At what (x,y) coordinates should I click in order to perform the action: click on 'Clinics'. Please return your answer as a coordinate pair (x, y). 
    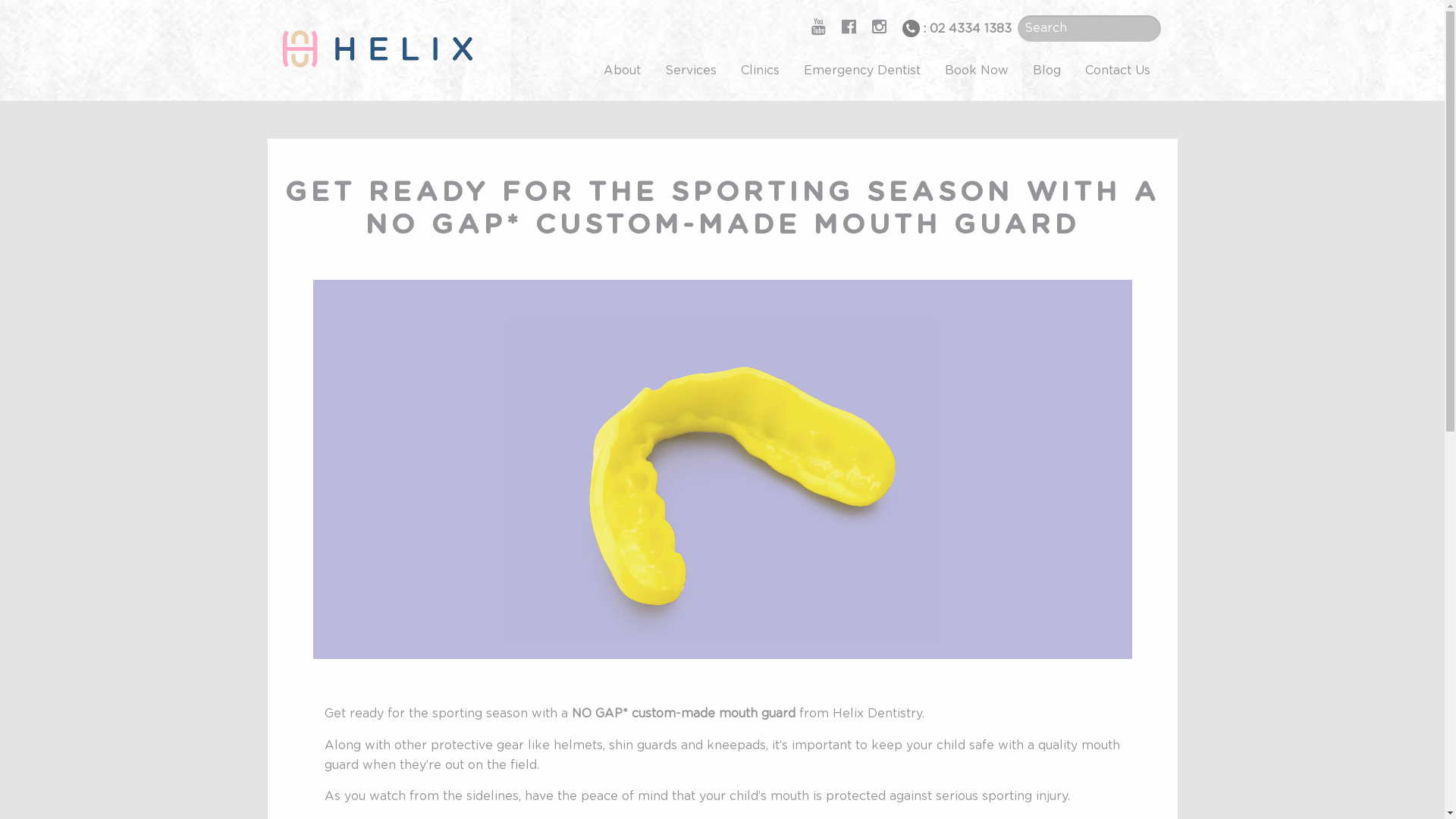
    Looking at the image, I should click on (728, 70).